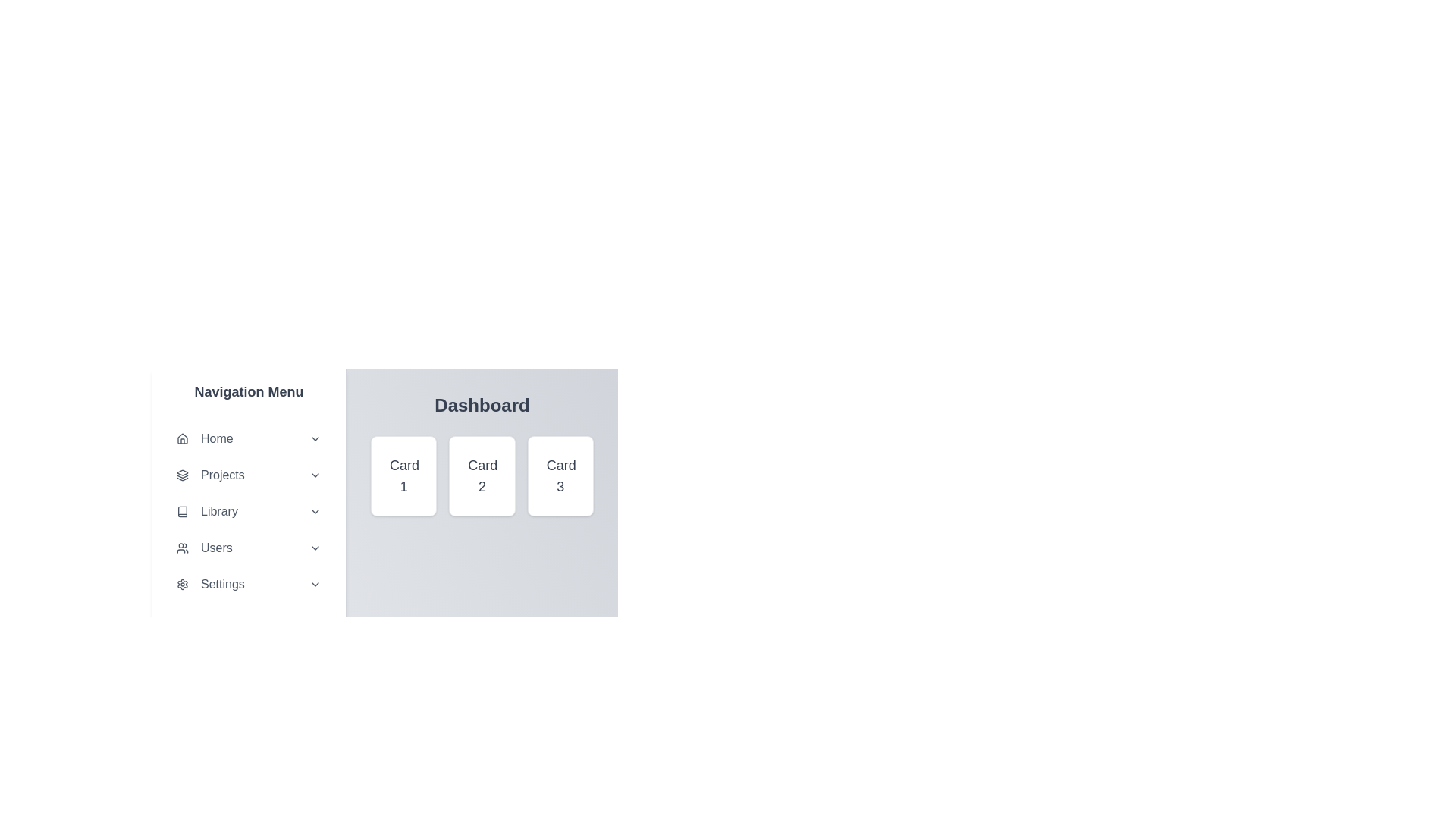 Image resolution: width=1456 pixels, height=819 pixels. I want to click on the downward-pointing chevron icon located to the right of the 'Home' navigation entry, so click(315, 438).